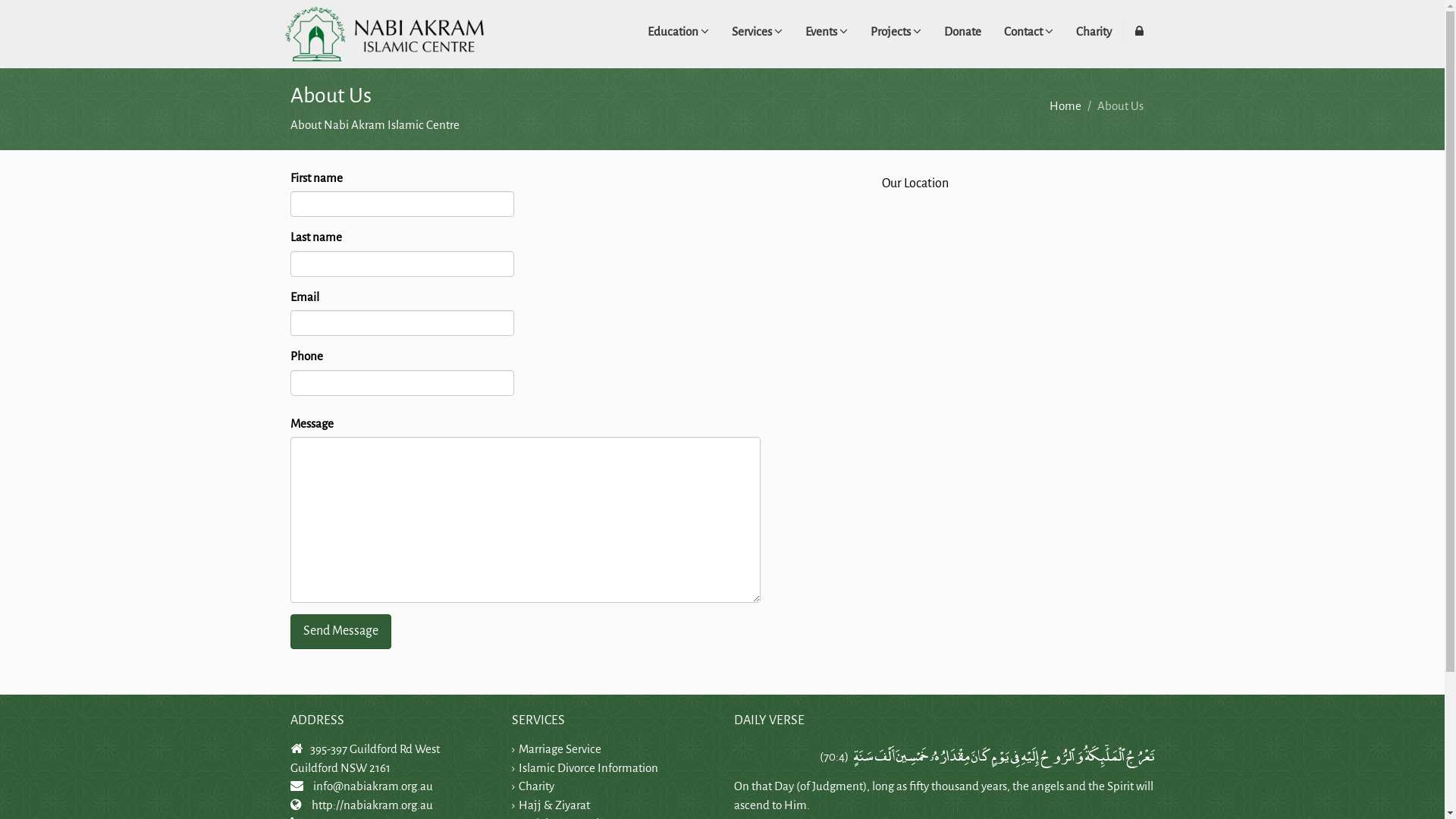 Image resolution: width=1456 pixels, height=819 pixels. What do you see at coordinates (371, 804) in the screenshot?
I see `'http://nabiakram.org.au'` at bounding box center [371, 804].